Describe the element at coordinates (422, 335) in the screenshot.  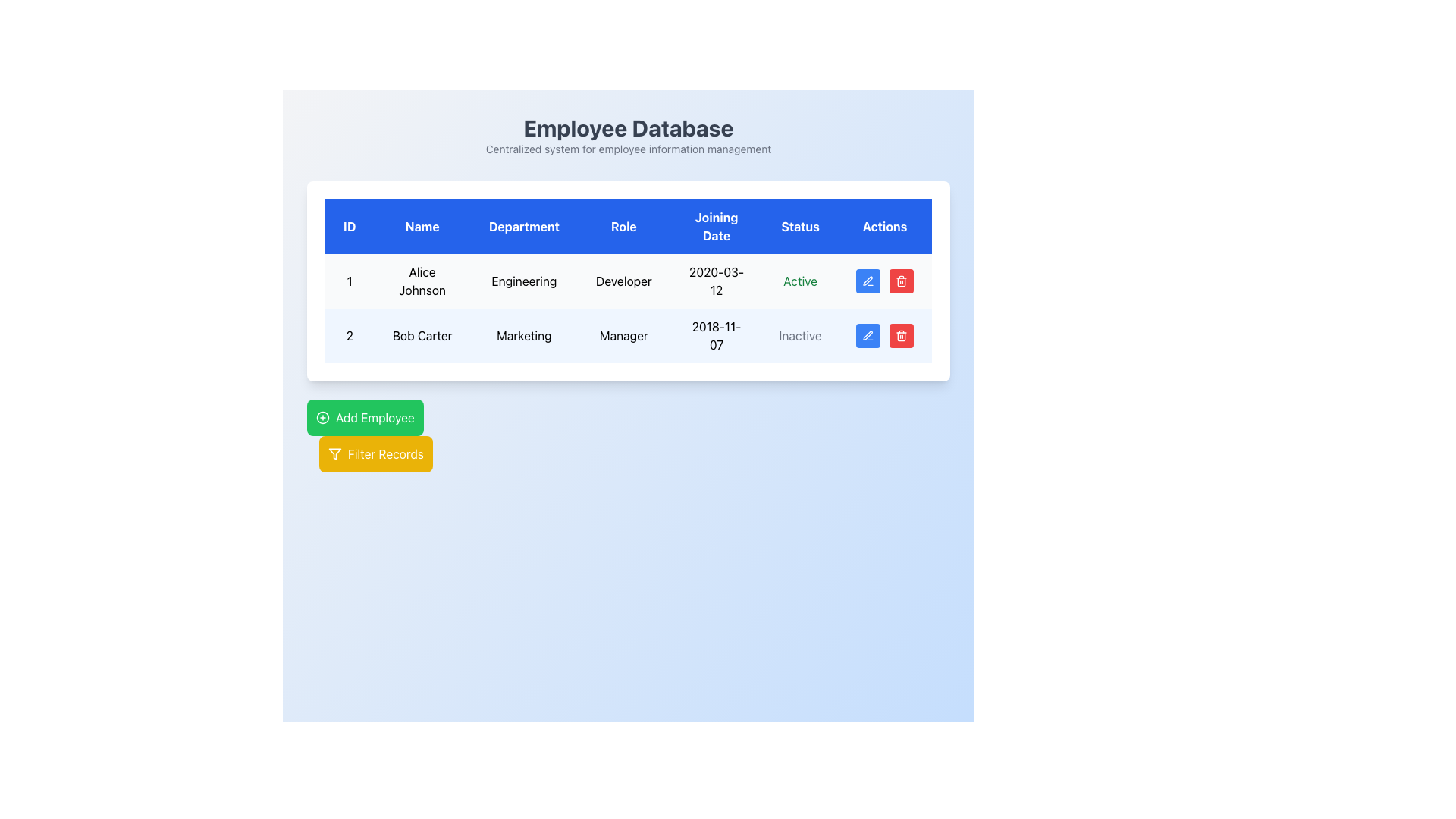
I see `the table cell displaying the name 'Bob Carter' in the second row under the 'Name' column of the 'Employee Database' interface` at that location.